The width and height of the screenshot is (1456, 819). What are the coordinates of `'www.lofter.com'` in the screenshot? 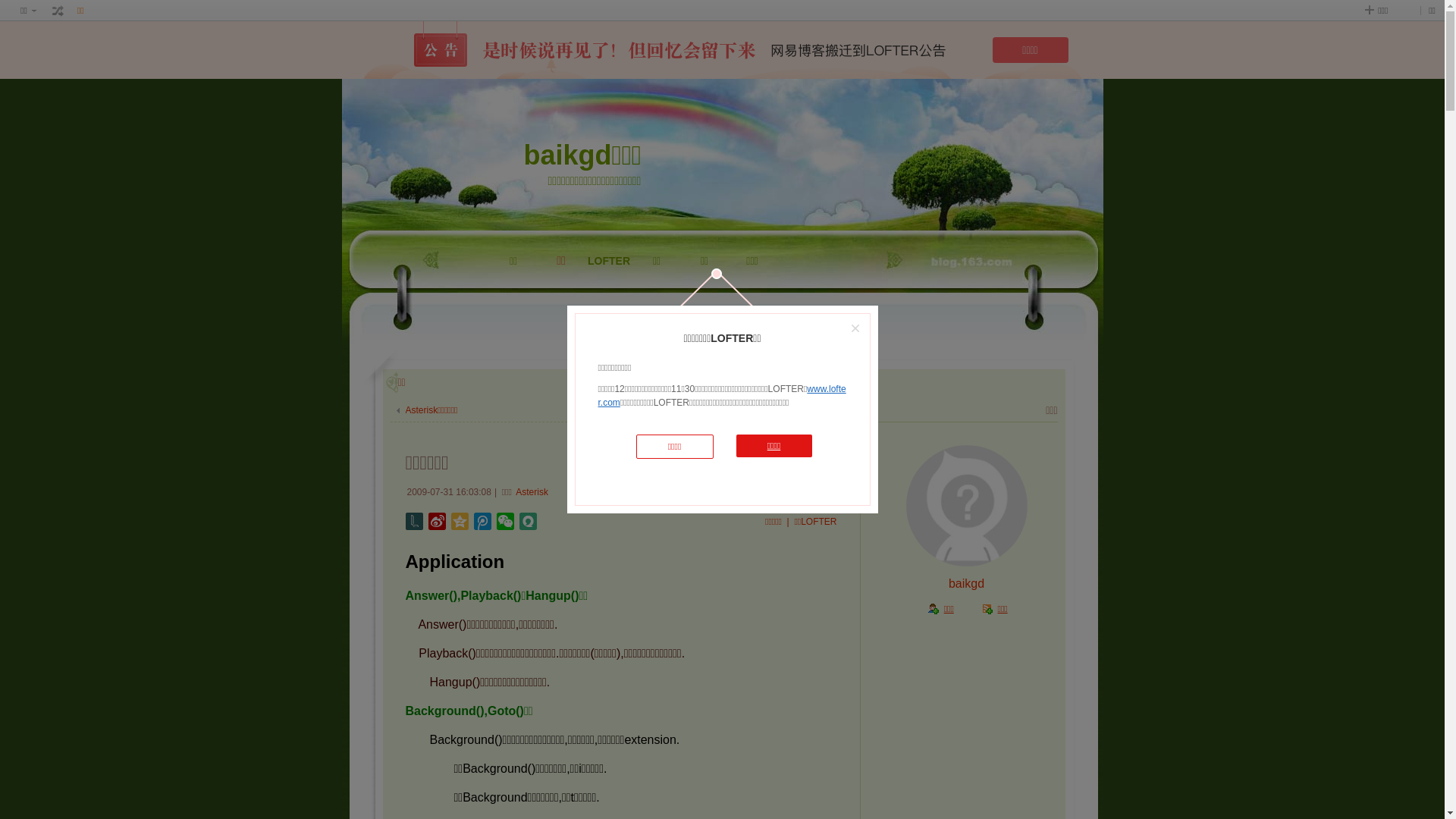 It's located at (720, 394).